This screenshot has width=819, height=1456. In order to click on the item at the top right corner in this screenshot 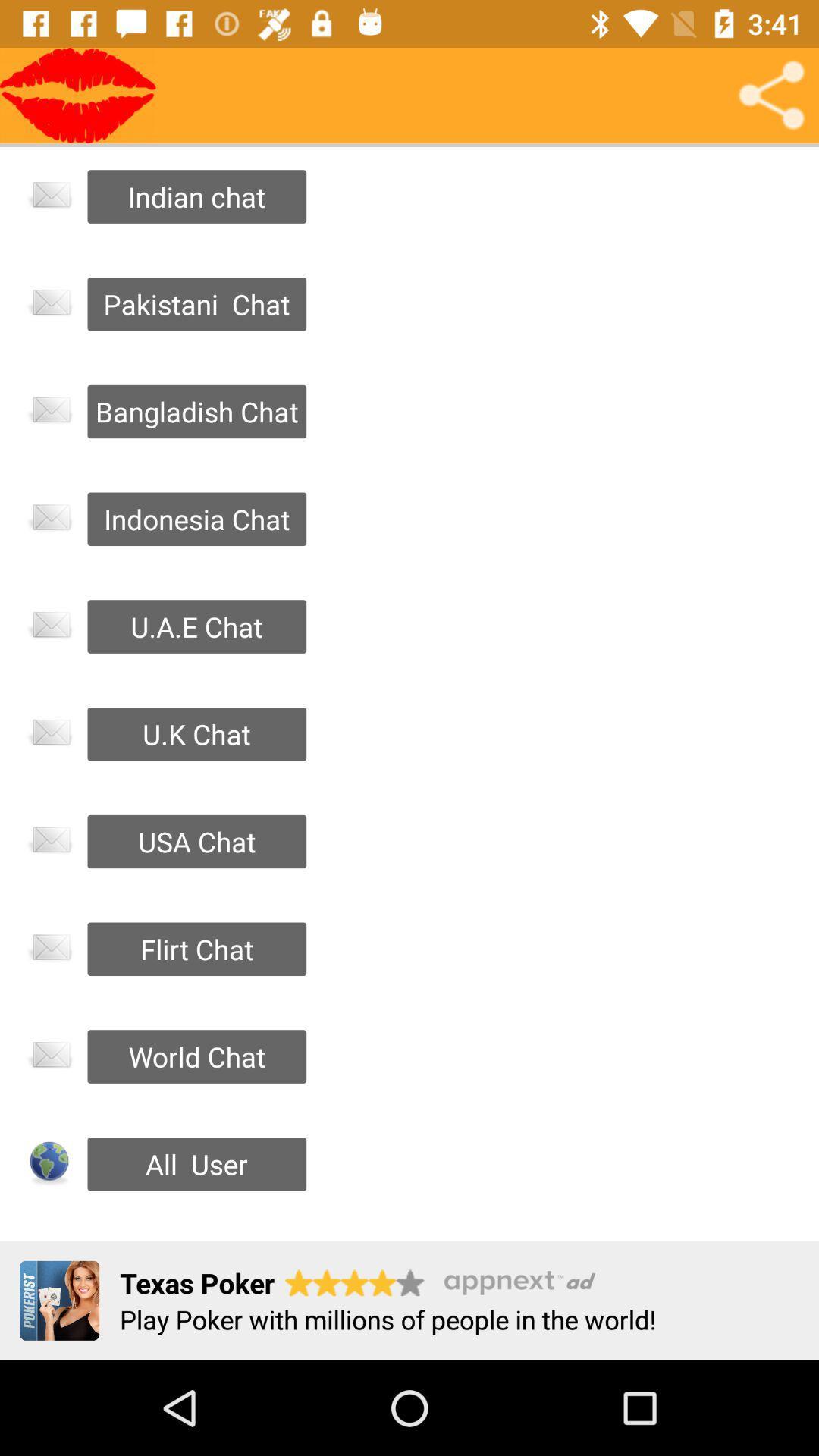, I will do `click(771, 94)`.